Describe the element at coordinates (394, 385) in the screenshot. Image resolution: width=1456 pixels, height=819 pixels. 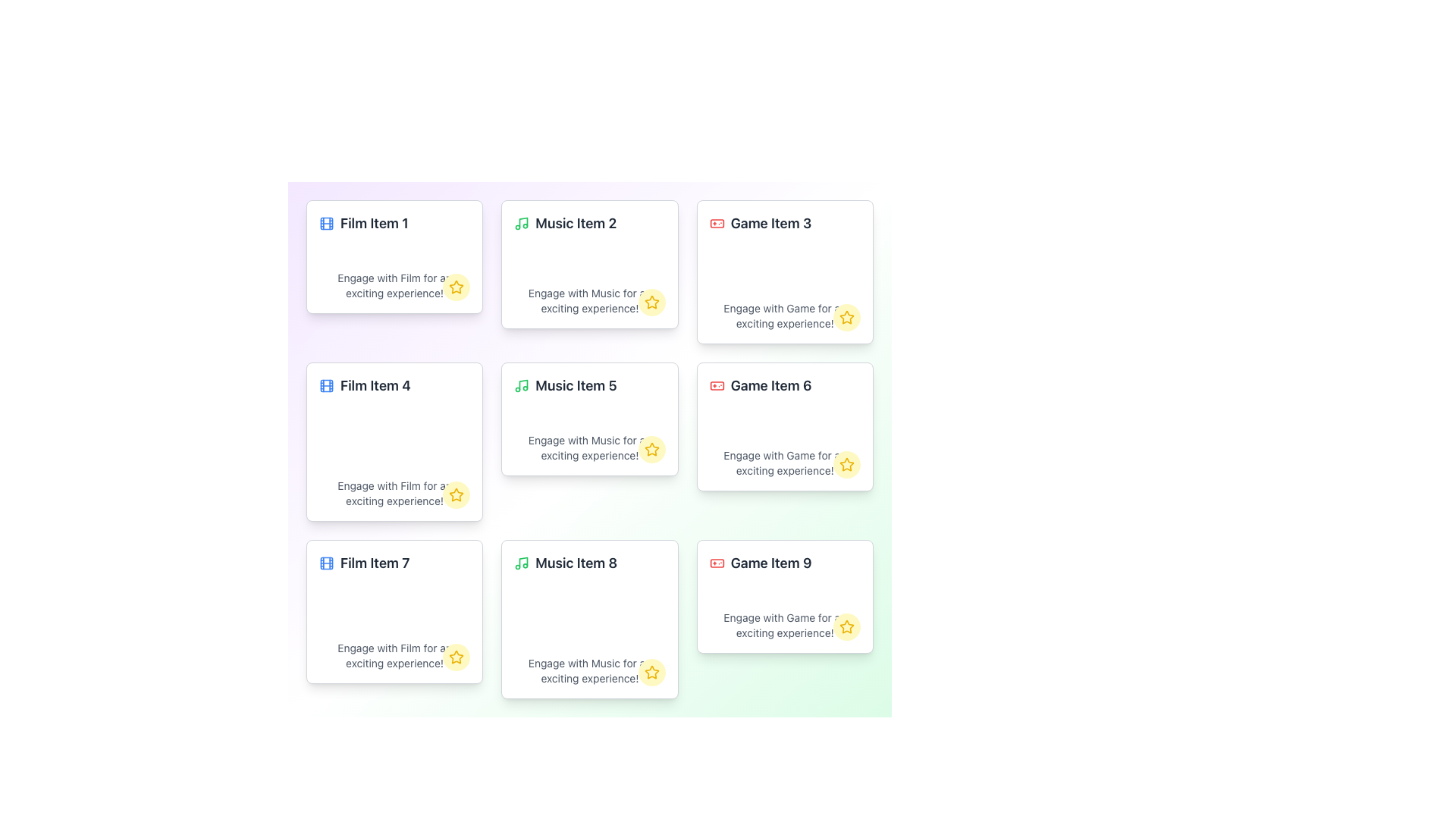
I see `the Text Label with Icon that serves as the title of the card, located in the second row, first column of the card-style grid layout, aligned to the left above the subtitle 'Engage with Film for an exciting experience!'` at that location.